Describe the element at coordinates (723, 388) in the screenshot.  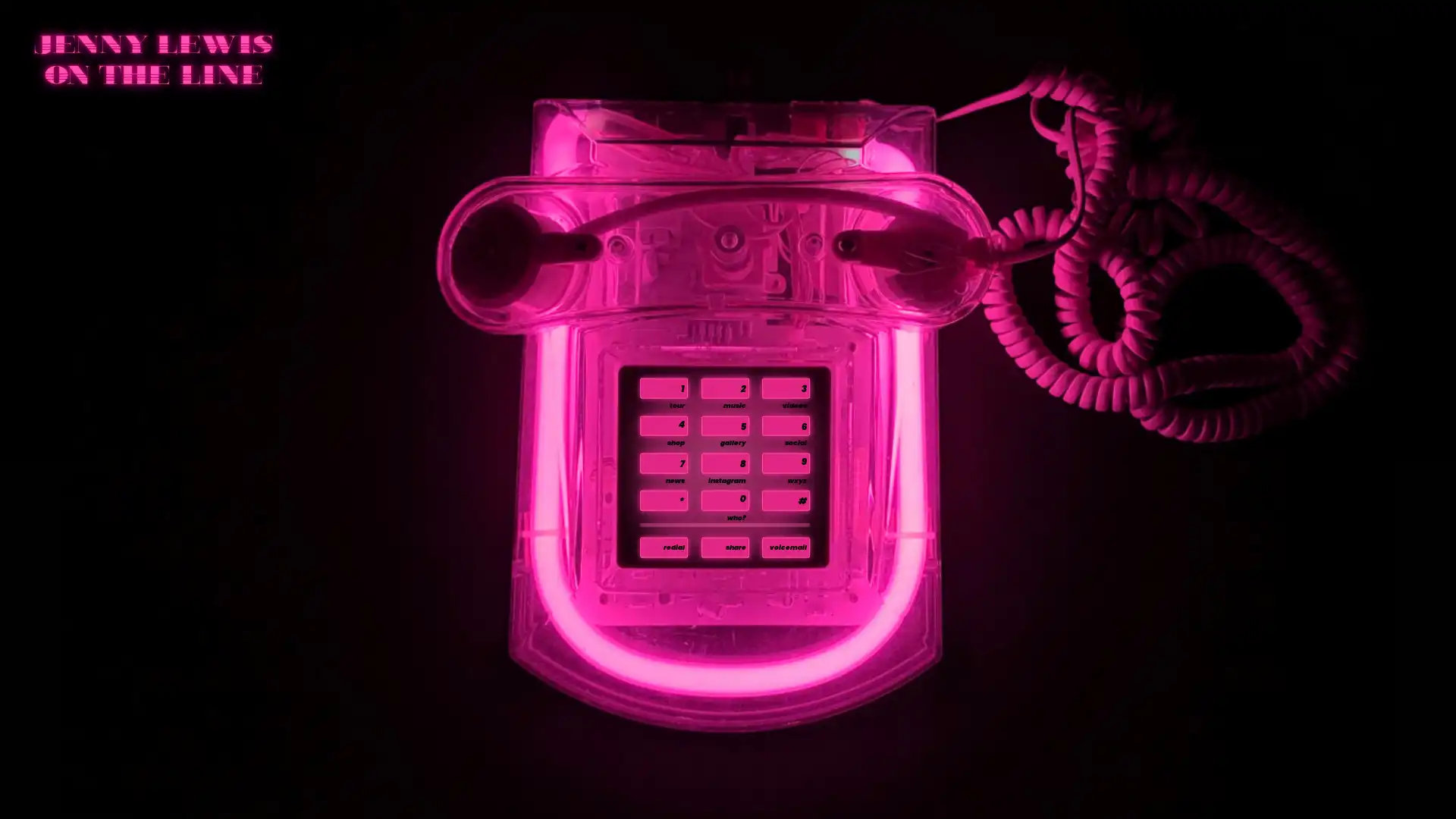
I see `2 music` at that location.